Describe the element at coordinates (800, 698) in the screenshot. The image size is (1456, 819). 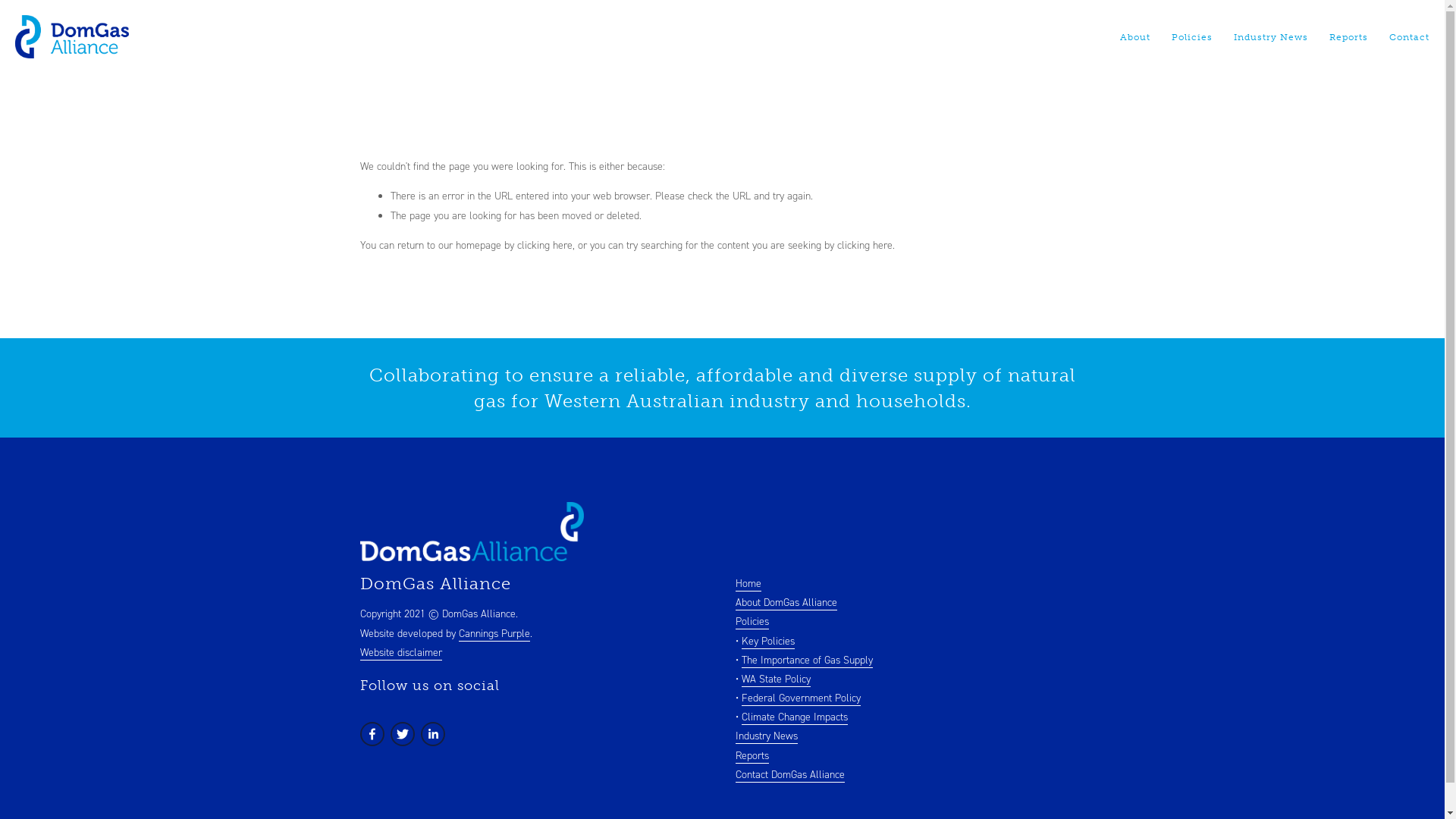
I see `'Federal Government Policy'` at that location.